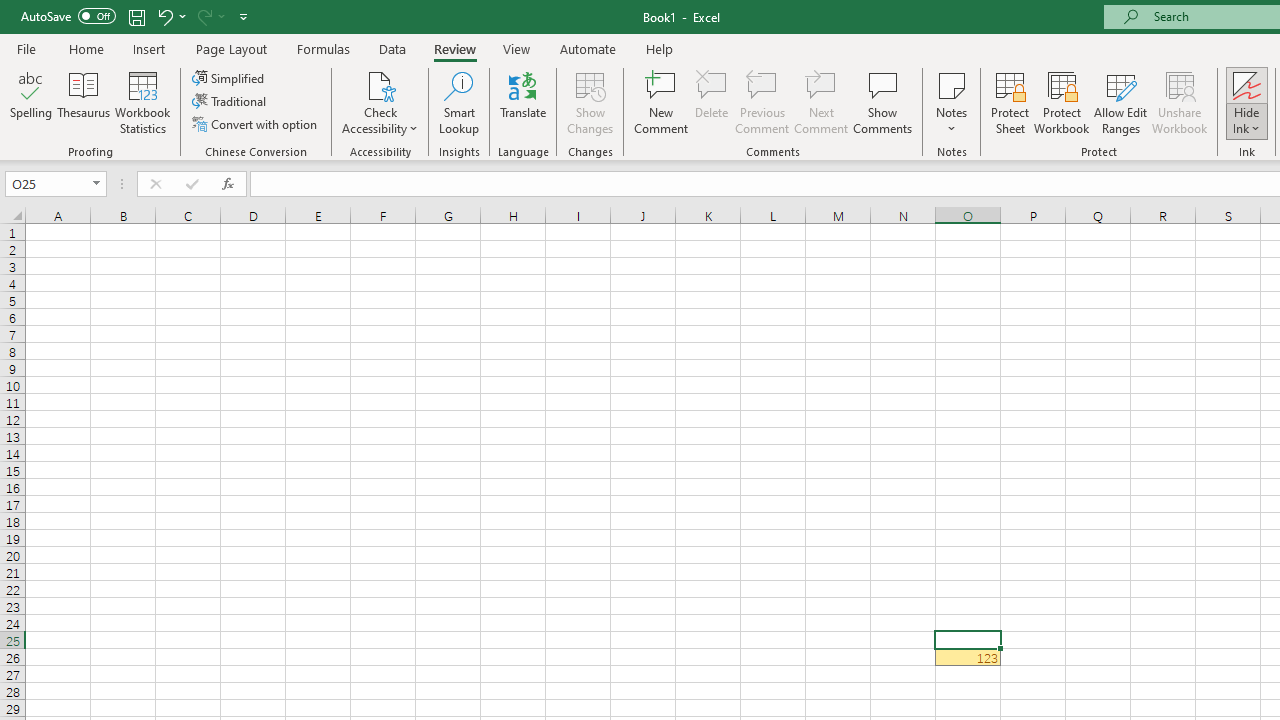  What do you see at coordinates (203, 16) in the screenshot?
I see `'Redo'` at bounding box center [203, 16].